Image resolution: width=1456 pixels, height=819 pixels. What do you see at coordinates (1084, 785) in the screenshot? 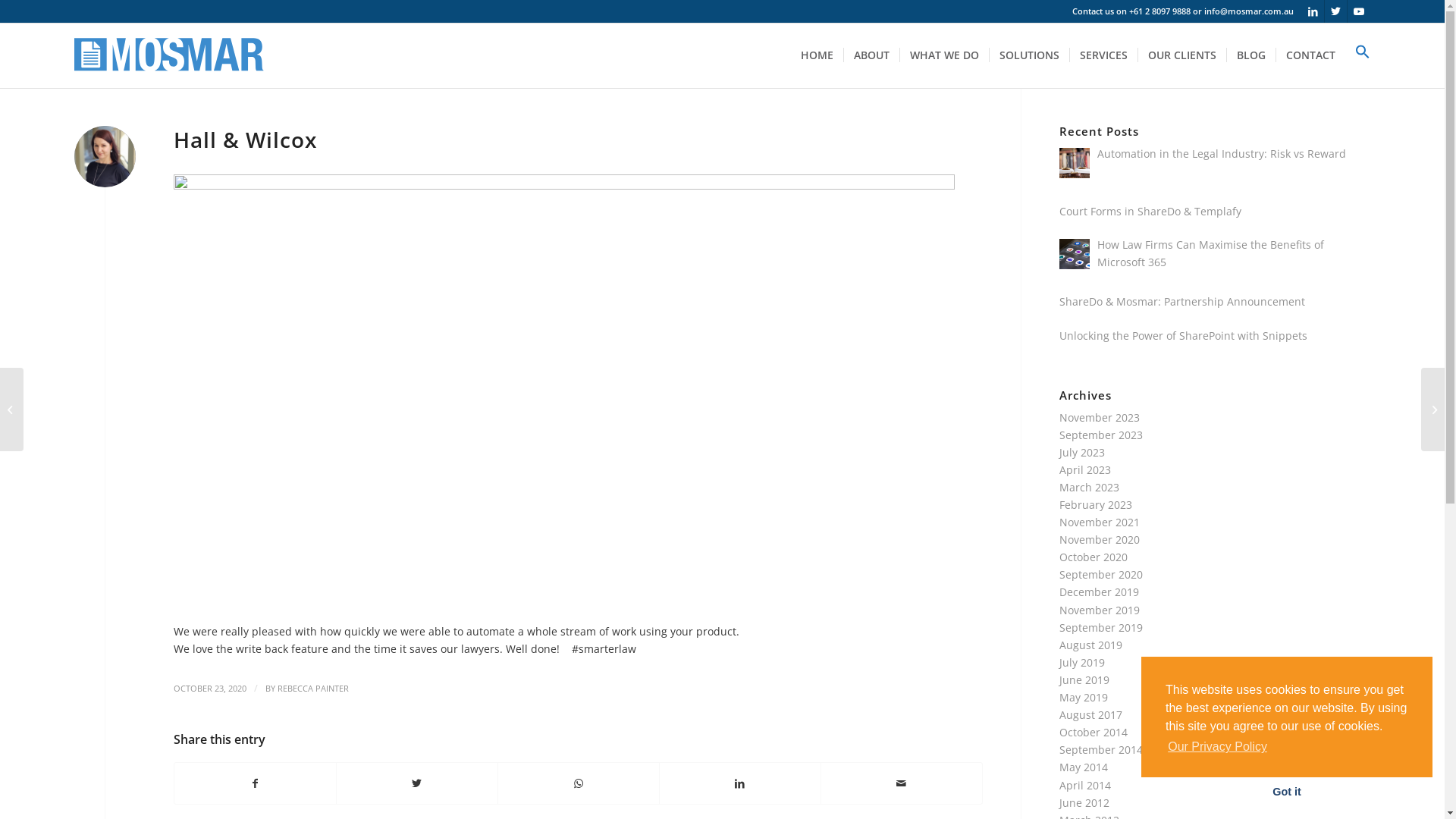
I see `'April 2014'` at bounding box center [1084, 785].